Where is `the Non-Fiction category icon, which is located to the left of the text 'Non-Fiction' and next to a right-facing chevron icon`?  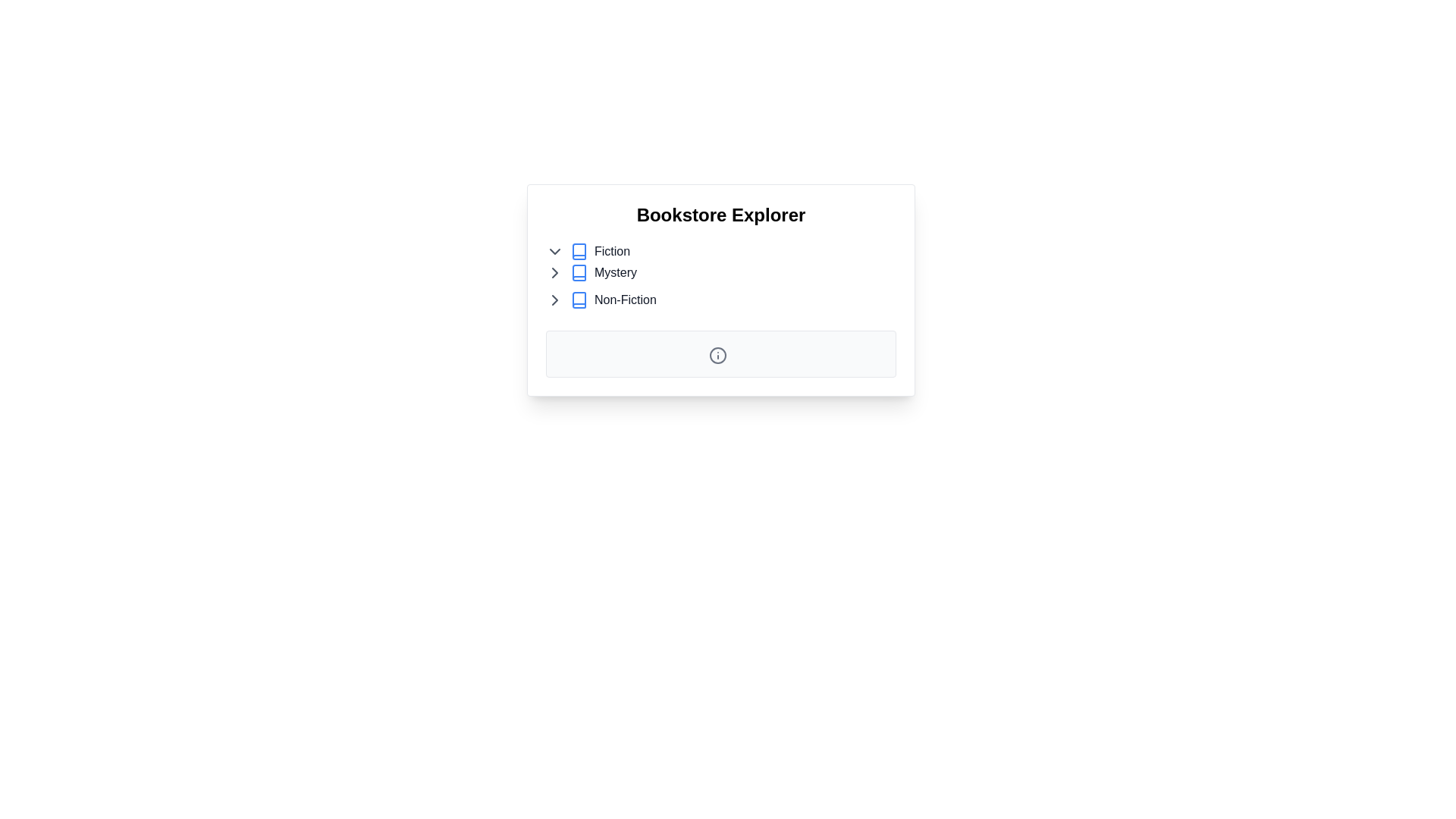 the Non-Fiction category icon, which is located to the left of the text 'Non-Fiction' and next to a right-facing chevron icon is located at coordinates (578, 300).